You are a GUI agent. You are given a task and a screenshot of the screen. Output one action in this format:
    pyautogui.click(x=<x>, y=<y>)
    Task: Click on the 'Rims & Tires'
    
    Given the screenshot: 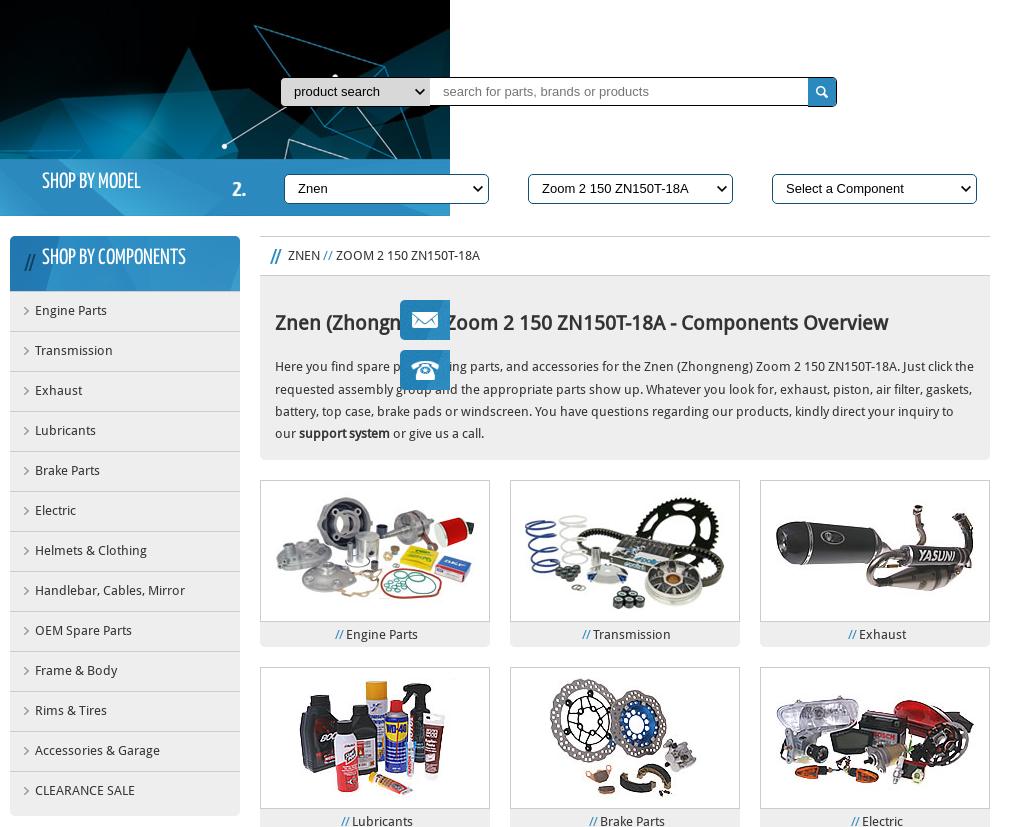 What is the action you would take?
    pyautogui.click(x=69, y=710)
    